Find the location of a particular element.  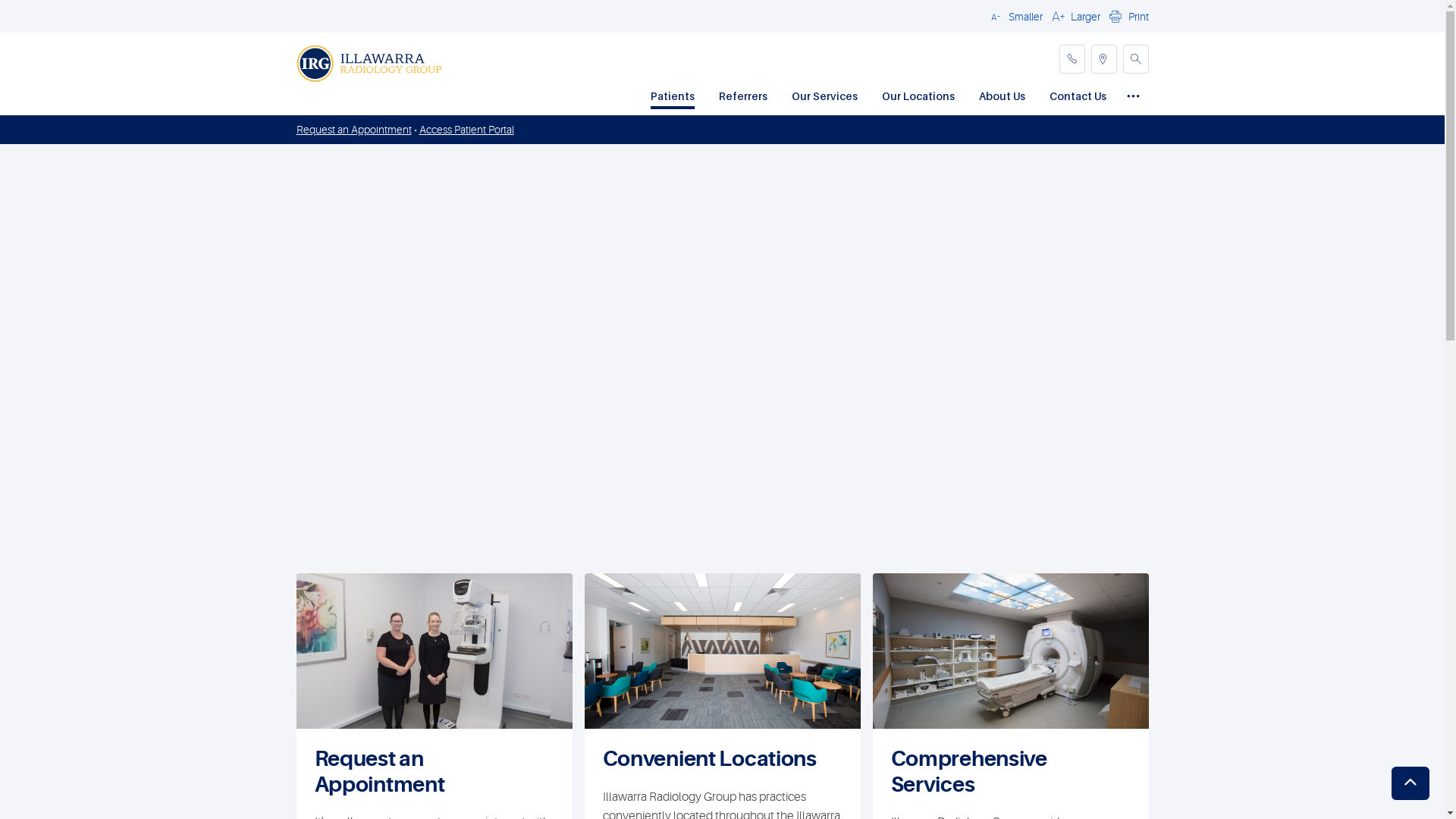

'Patients' is located at coordinates (672, 97).